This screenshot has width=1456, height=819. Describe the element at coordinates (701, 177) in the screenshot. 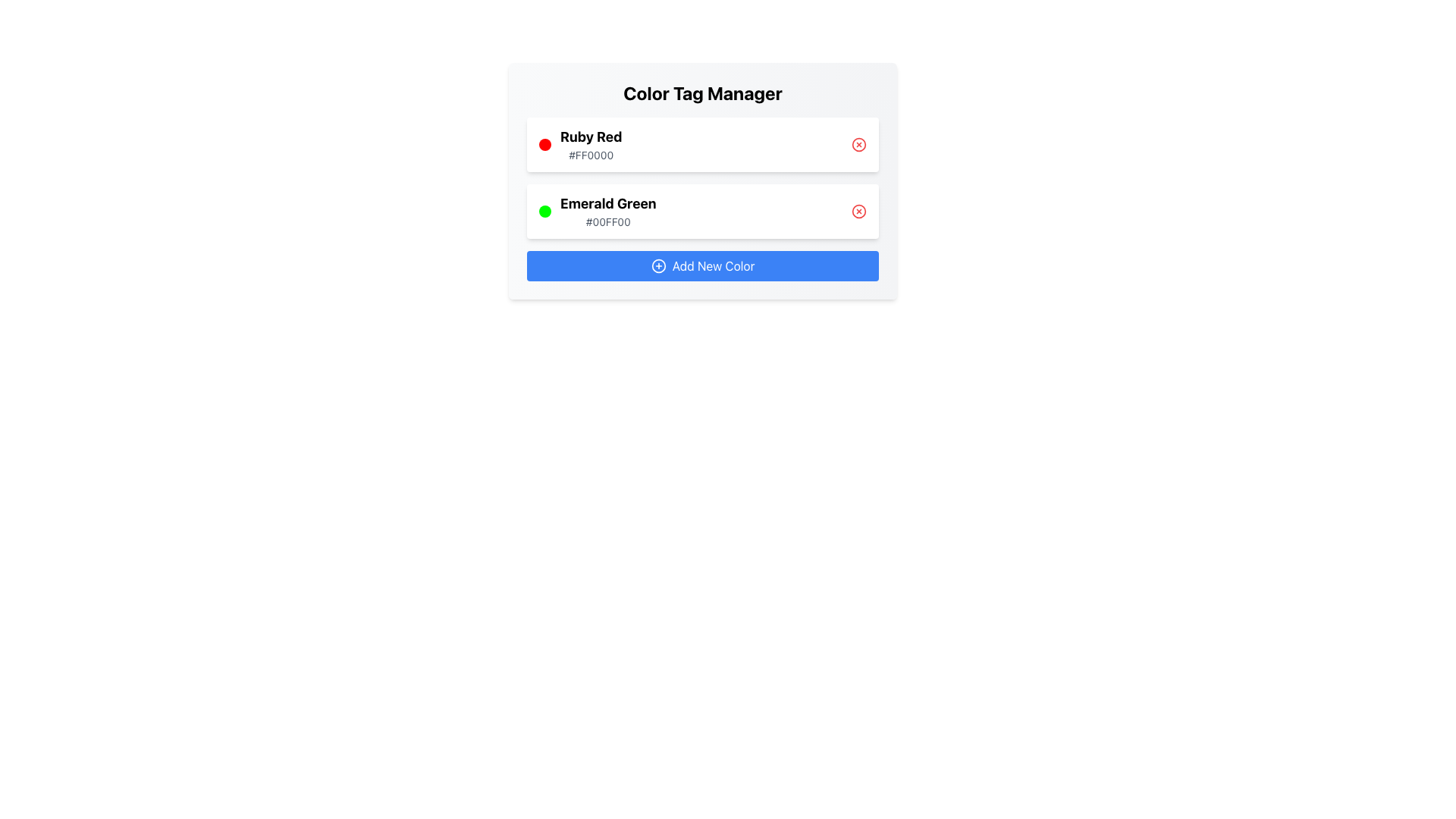

I see `an individual item in the List of color tags located under the 'Color Tag Manager' title and above the 'Add New Color' button` at that location.